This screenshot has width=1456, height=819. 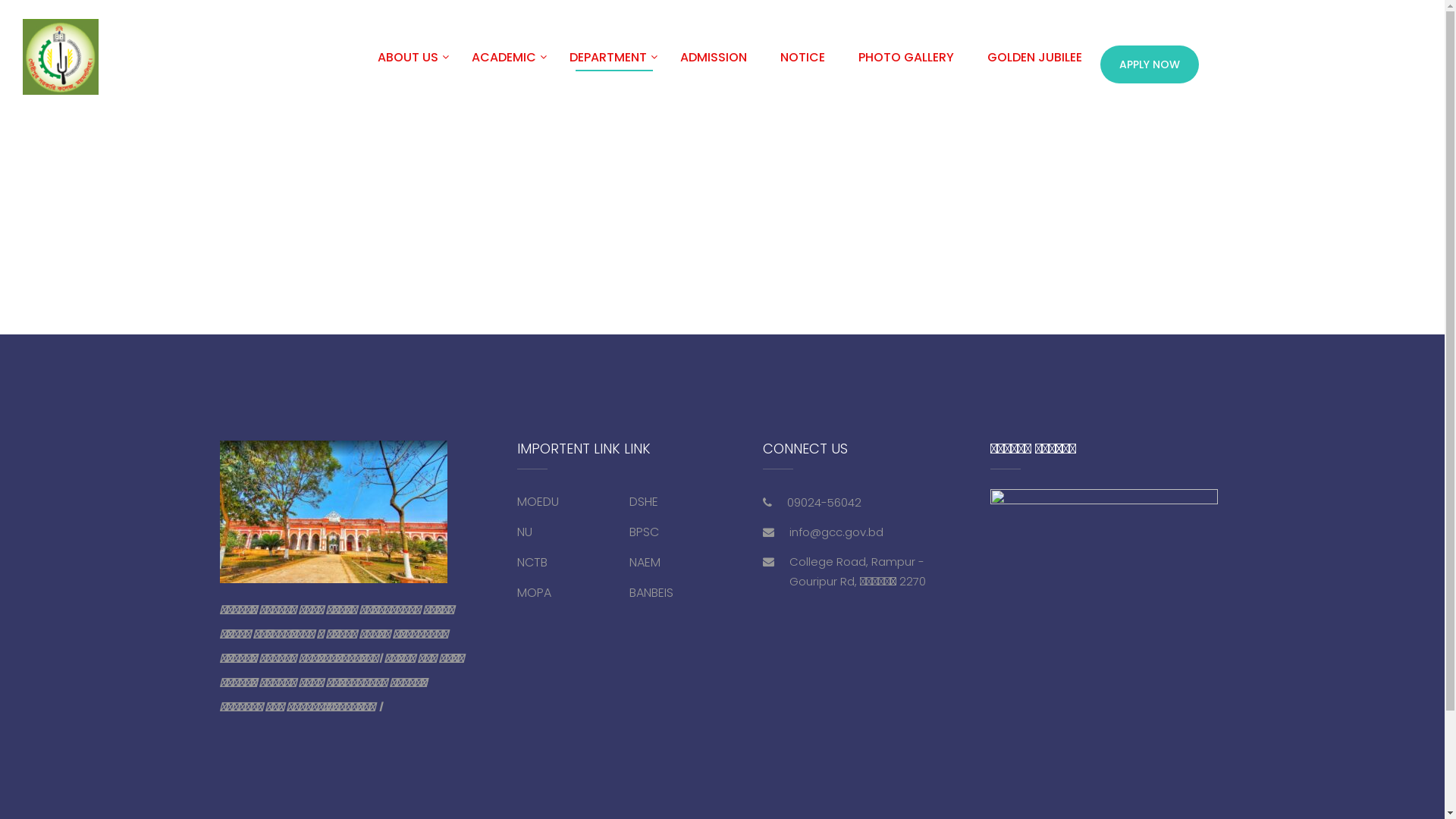 What do you see at coordinates (534, 591) in the screenshot?
I see `'MOPA'` at bounding box center [534, 591].